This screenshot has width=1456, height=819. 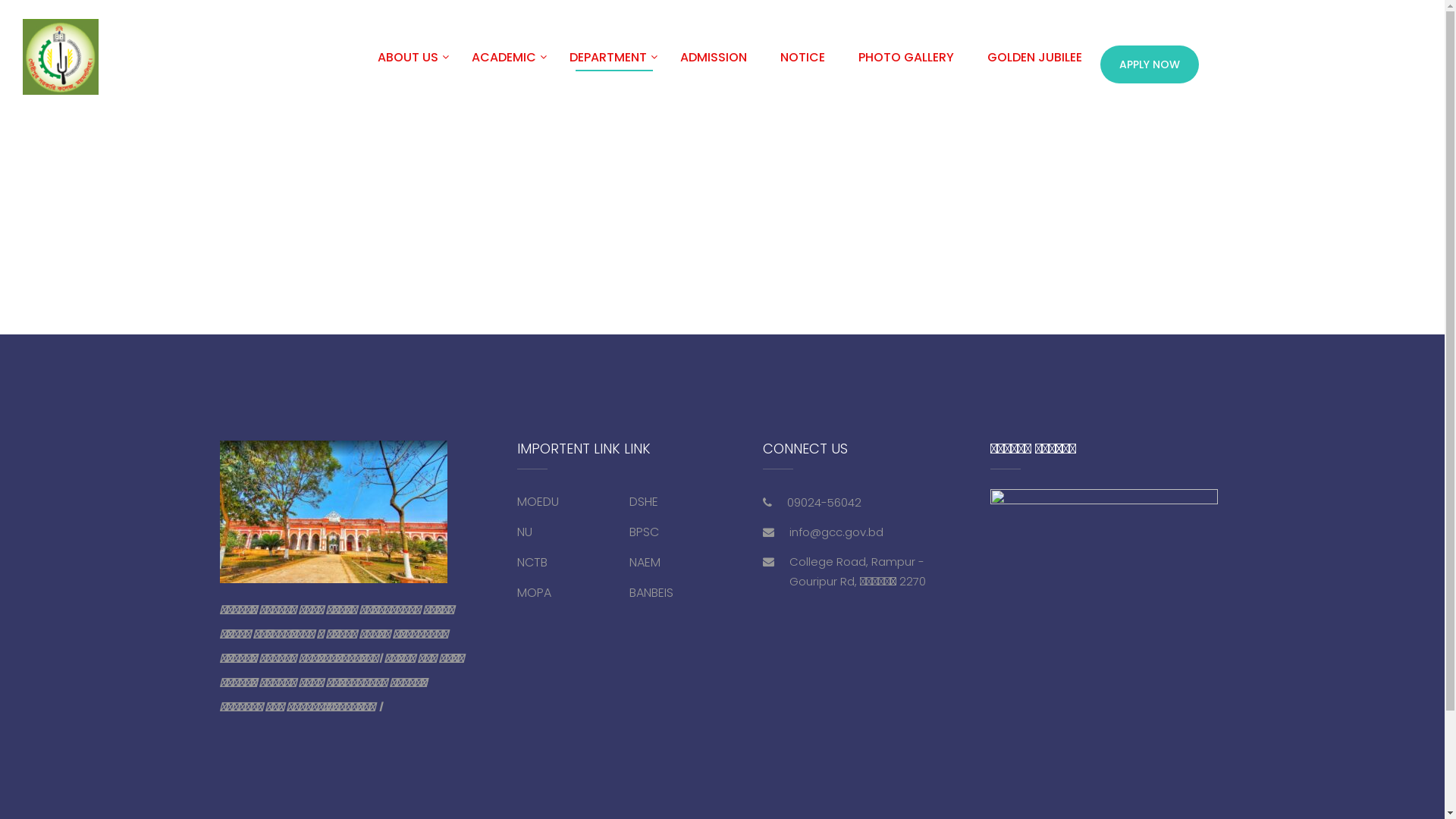 What do you see at coordinates (534, 591) in the screenshot?
I see `'MOPA'` at bounding box center [534, 591].